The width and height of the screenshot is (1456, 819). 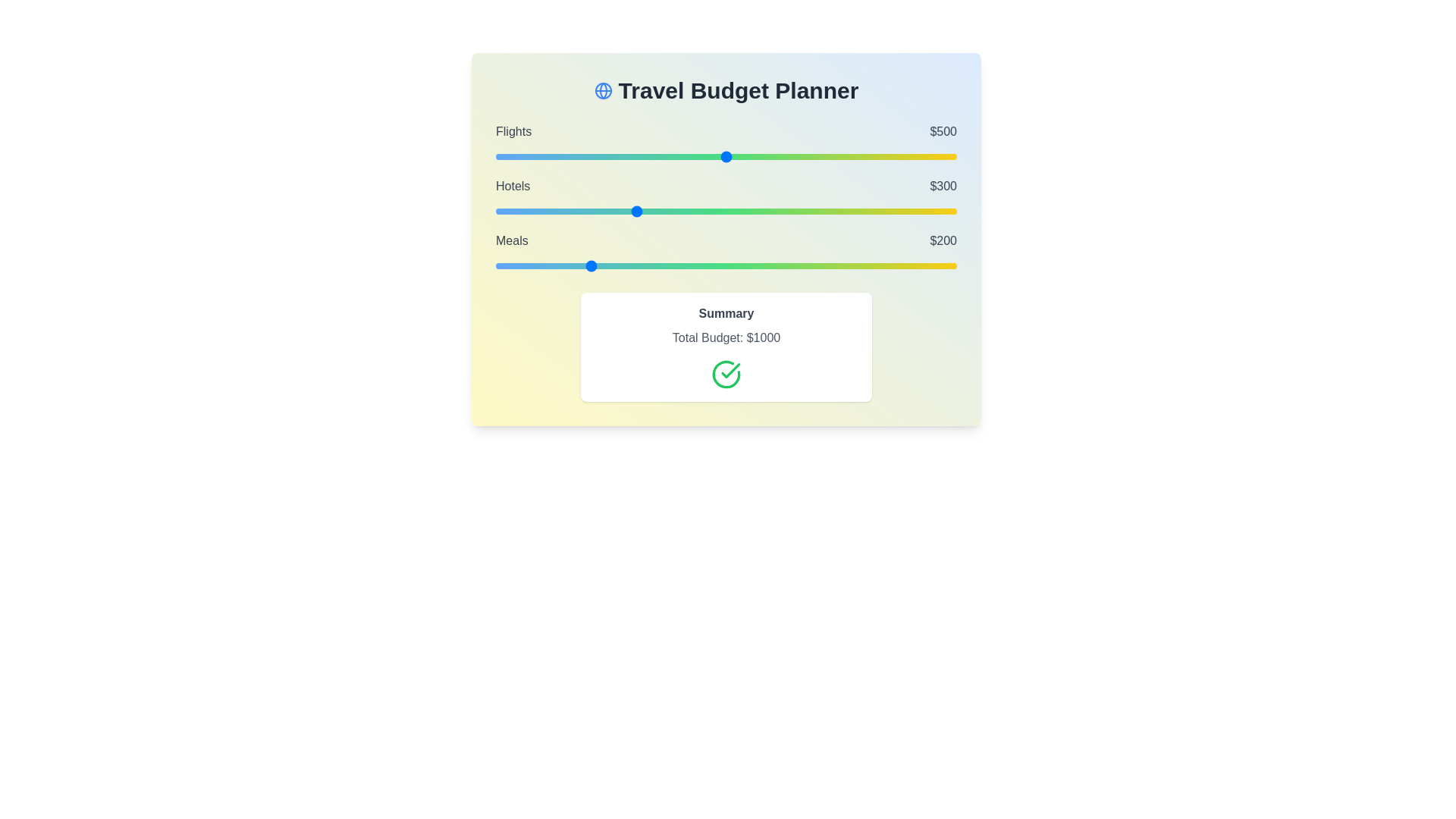 I want to click on the 'Meals' slider to 683 within the range 0 to 1000, so click(x=810, y=265).